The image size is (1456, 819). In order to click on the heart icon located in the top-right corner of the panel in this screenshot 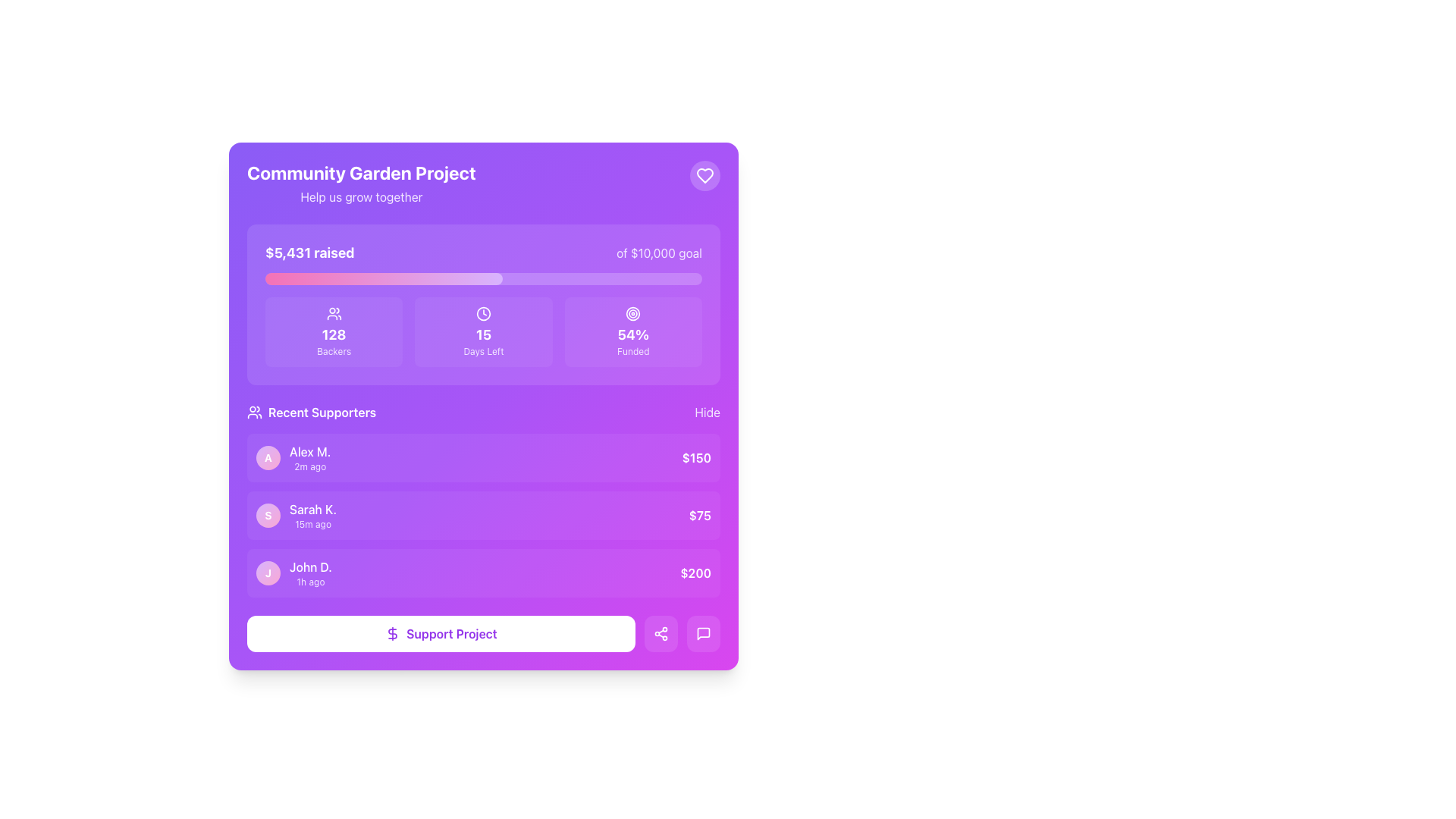, I will do `click(704, 174)`.